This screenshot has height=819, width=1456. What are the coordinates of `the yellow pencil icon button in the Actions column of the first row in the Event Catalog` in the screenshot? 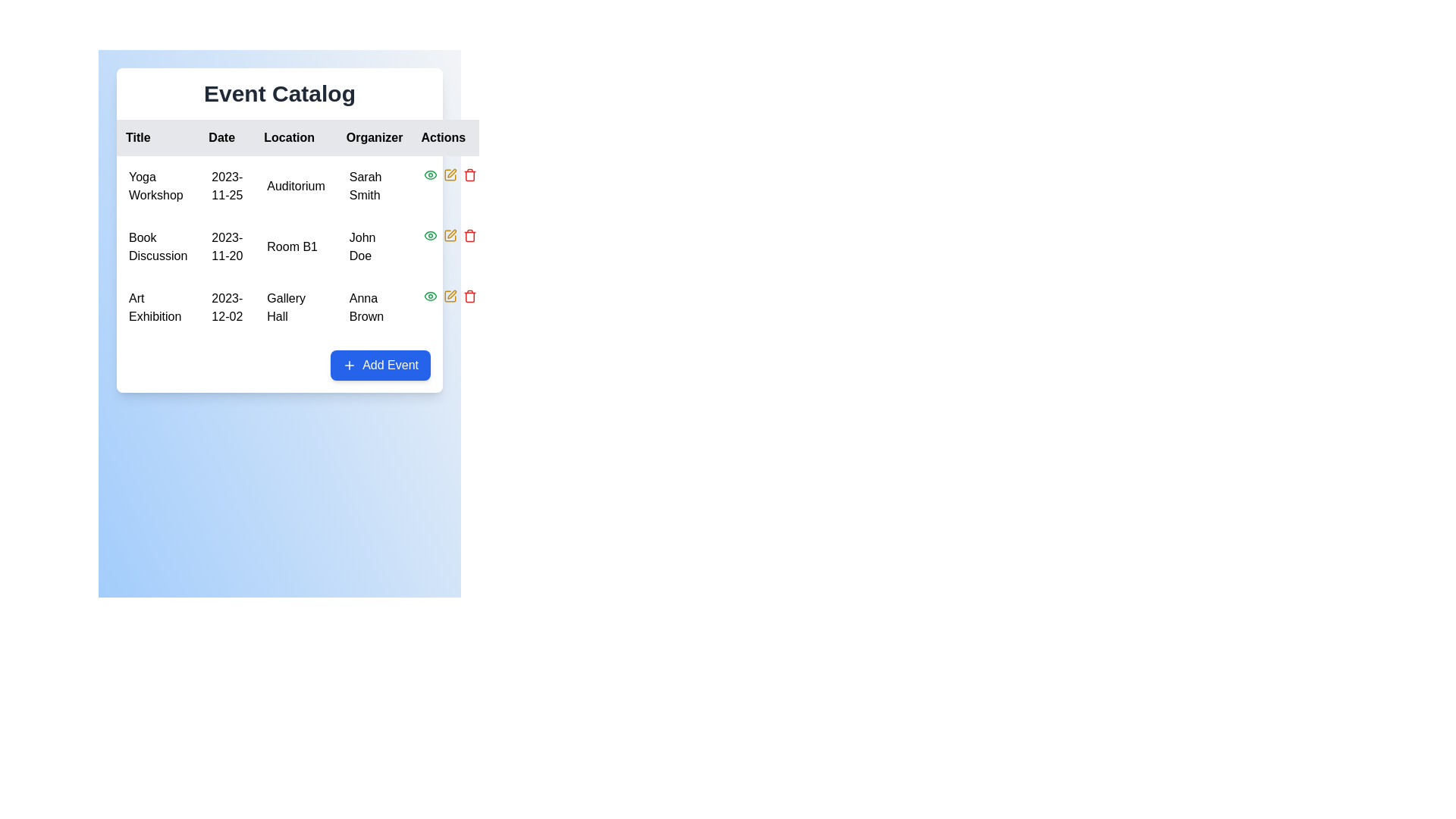 It's located at (450, 174).